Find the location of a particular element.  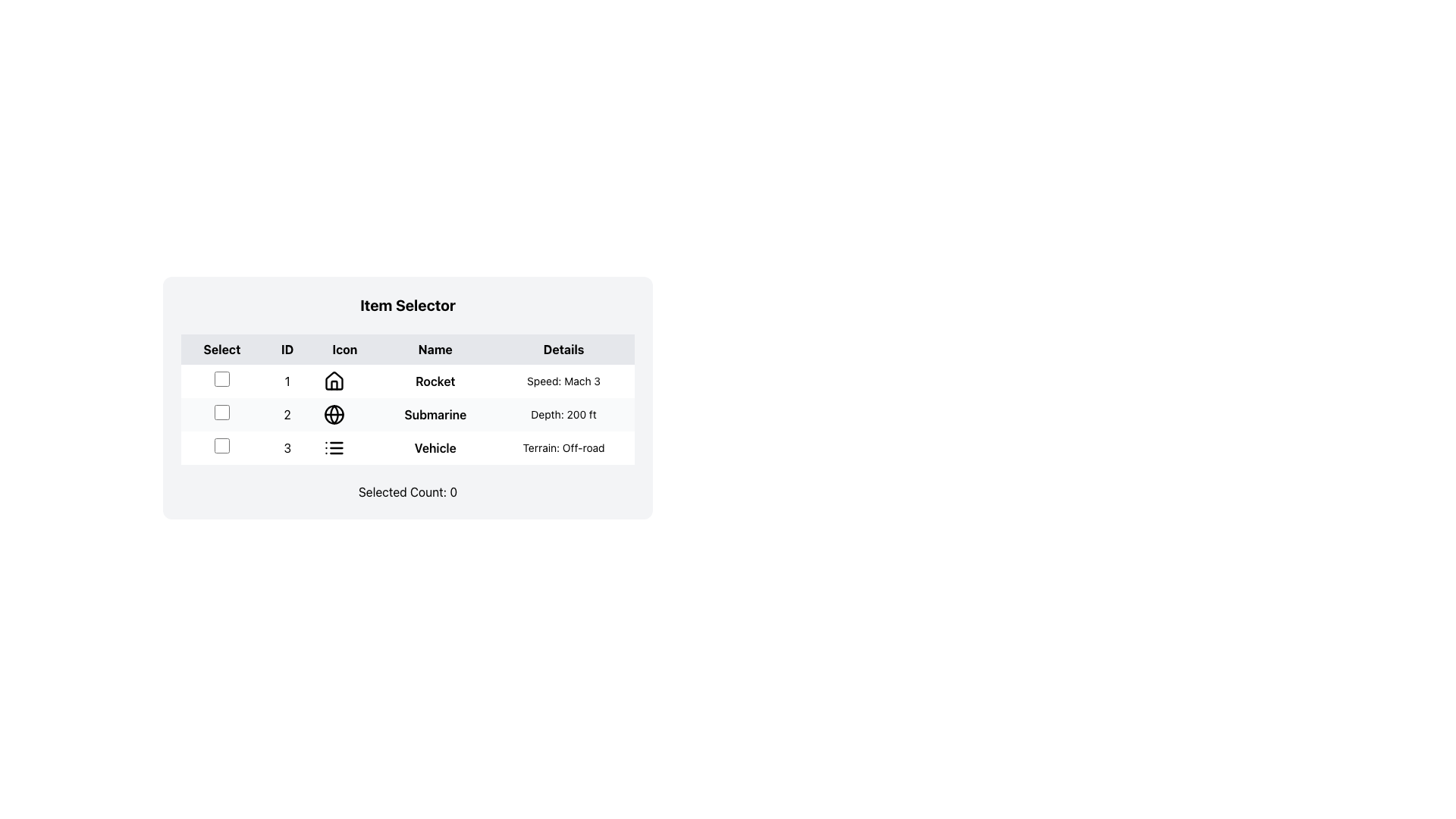

the text label displaying 'Speed: Mach 3' located in the fourth column labeled 'Details' of the table, aligned to the right of the 'Rocket' label in row '1' is located at coordinates (563, 380).